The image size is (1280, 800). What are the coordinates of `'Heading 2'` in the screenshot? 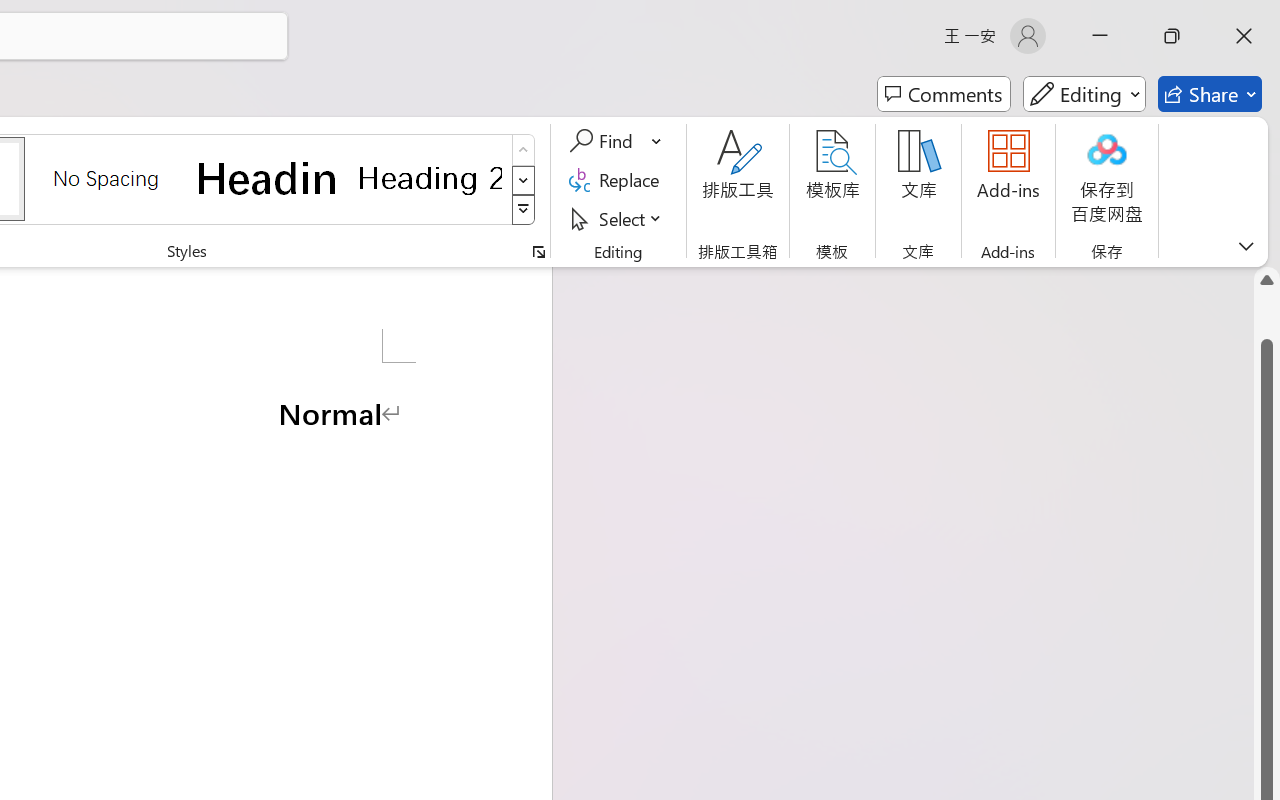 It's located at (429, 177).